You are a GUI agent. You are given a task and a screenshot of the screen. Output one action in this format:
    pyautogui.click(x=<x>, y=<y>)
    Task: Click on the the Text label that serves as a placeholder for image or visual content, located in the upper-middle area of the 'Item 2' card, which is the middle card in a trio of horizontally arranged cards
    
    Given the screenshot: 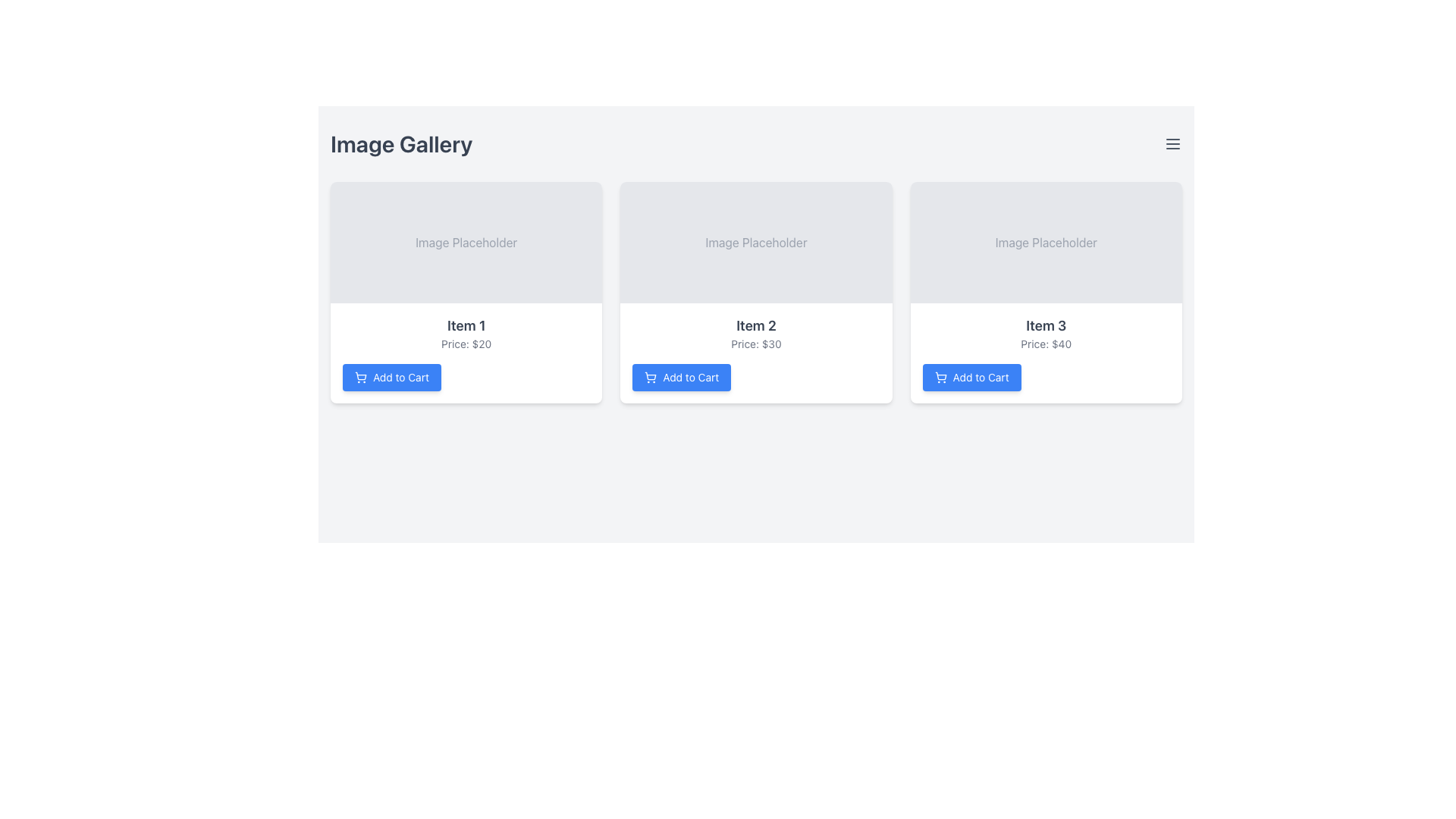 What is the action you would take?
    pyautogui.click(x=756, y=242)
    